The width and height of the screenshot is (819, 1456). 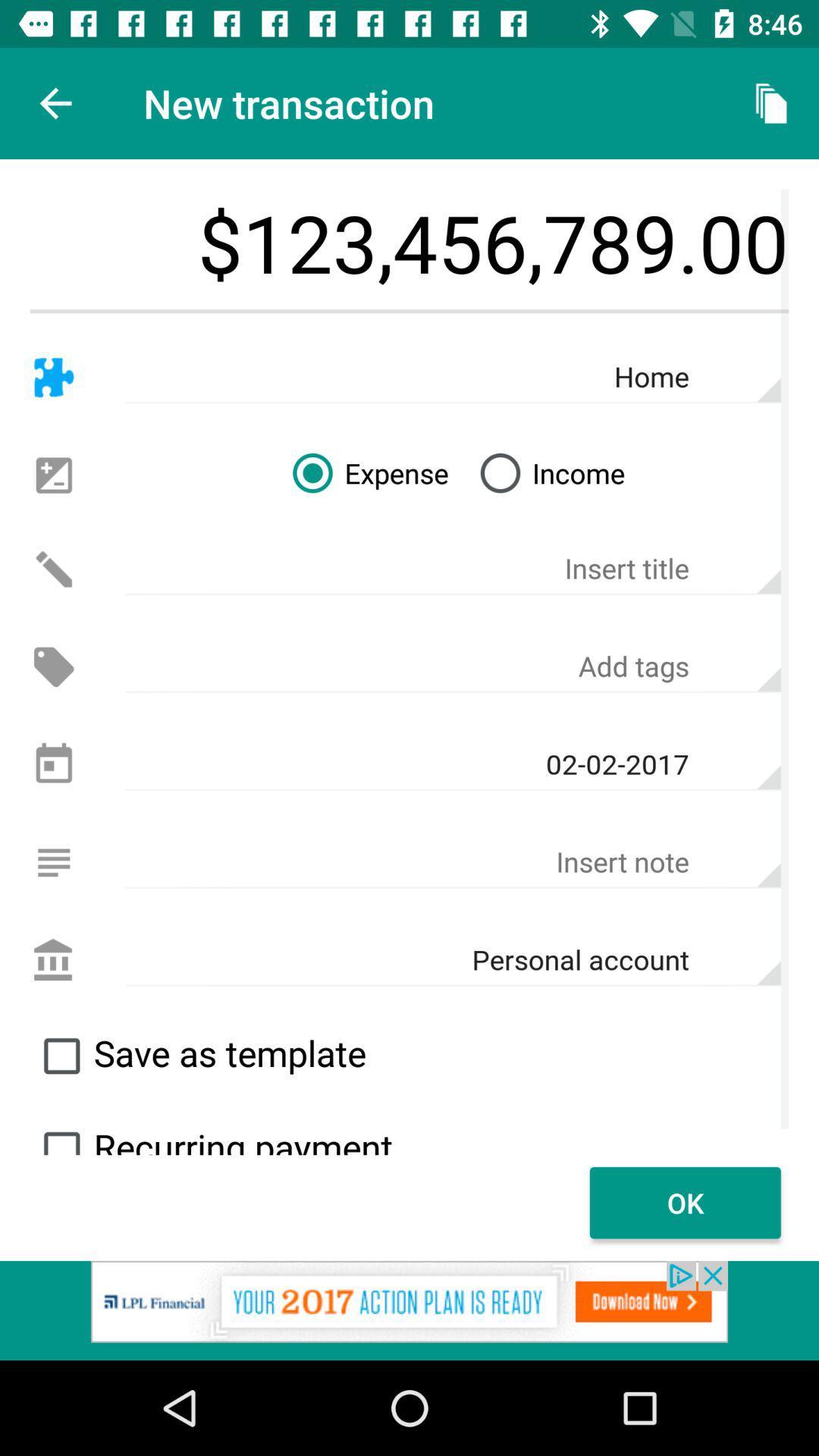 What do you see at coordinates (452, 862) in the screenshot?
I see `insert note` at bounding box center [452, 862].